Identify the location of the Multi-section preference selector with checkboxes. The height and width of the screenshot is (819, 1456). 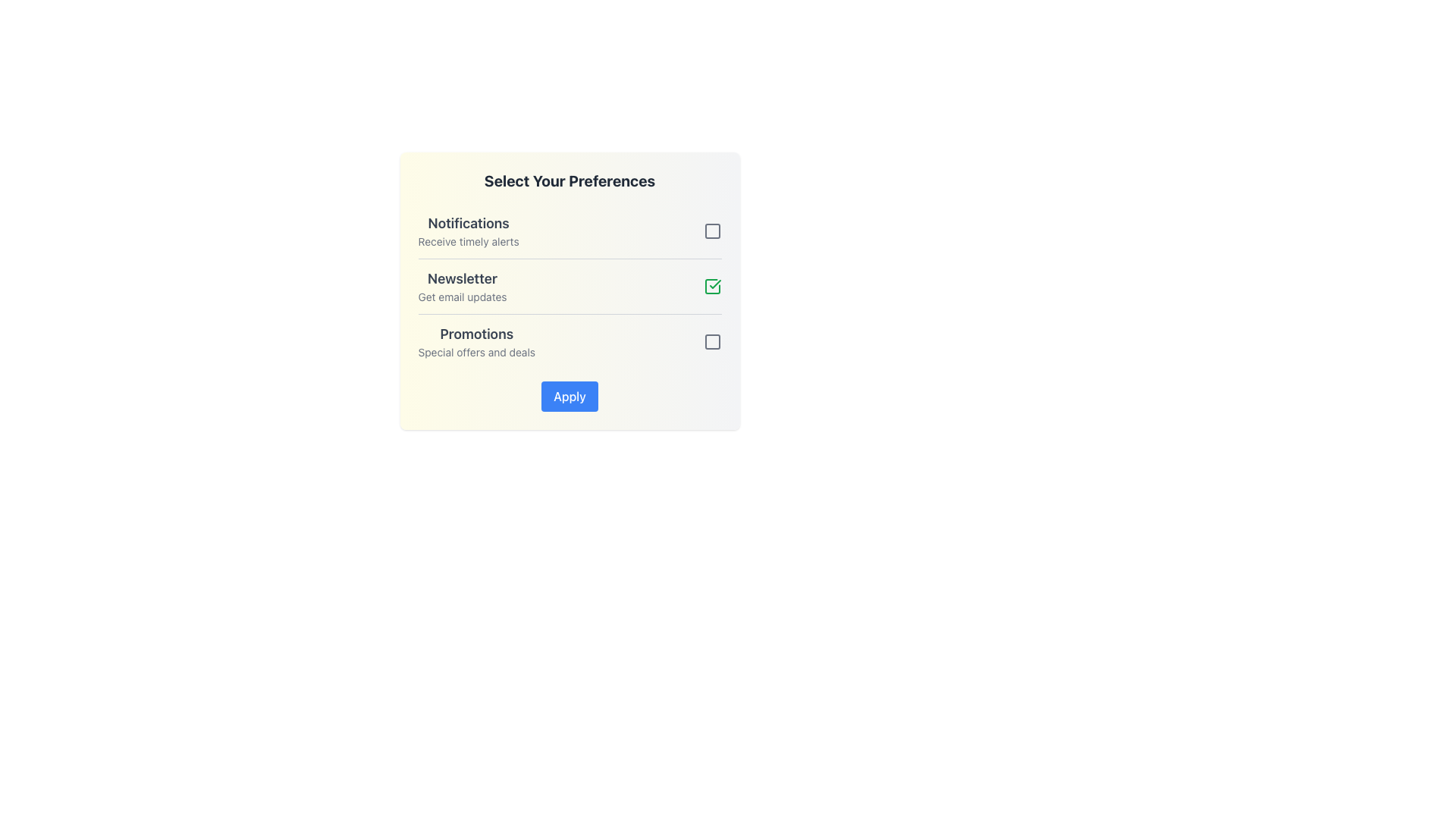
(569, 287).